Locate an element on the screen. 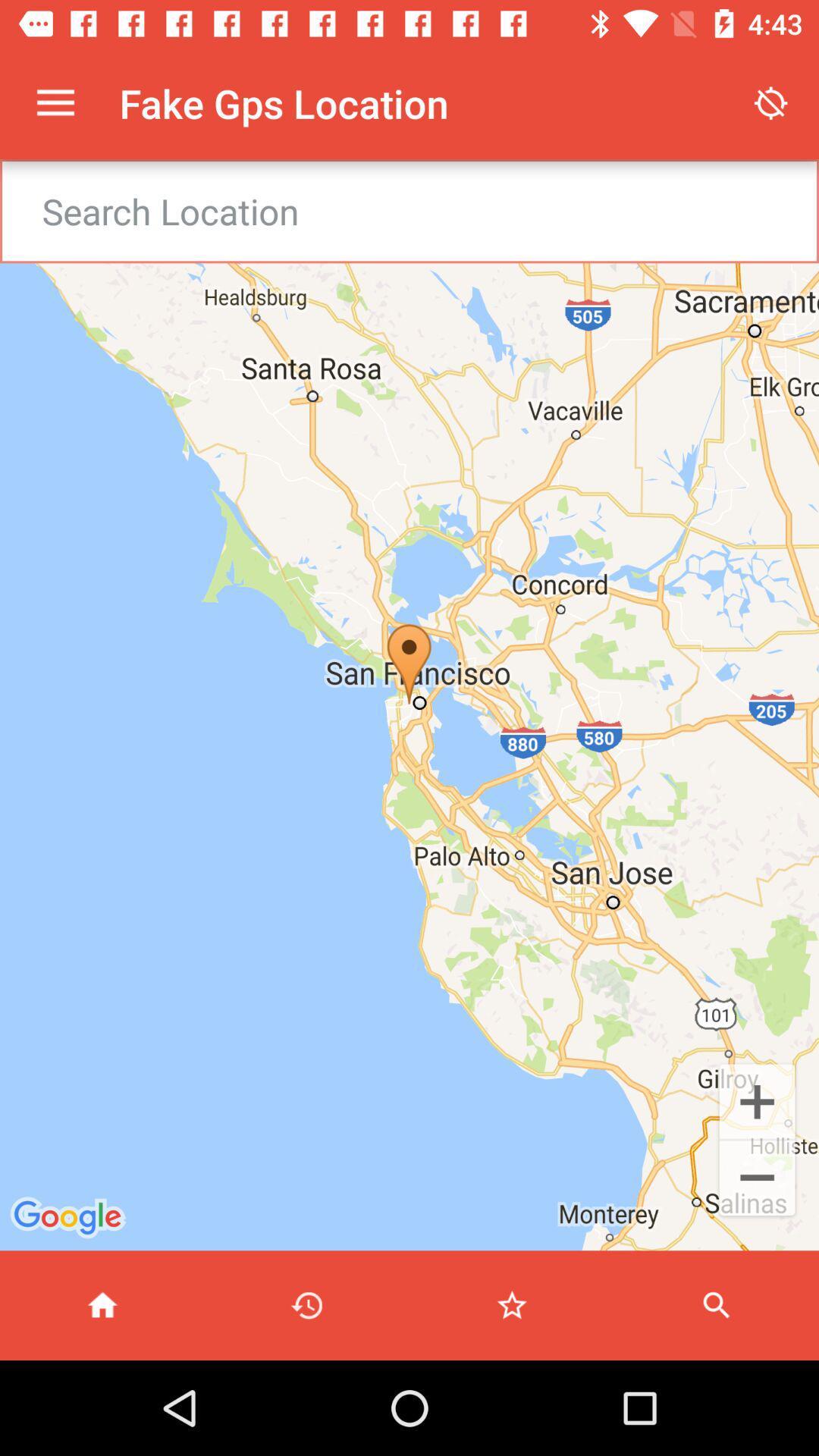 Image resolution: width=819 pixels, height=1456 pixels. the add icon is located at coordinates (757, 1100).